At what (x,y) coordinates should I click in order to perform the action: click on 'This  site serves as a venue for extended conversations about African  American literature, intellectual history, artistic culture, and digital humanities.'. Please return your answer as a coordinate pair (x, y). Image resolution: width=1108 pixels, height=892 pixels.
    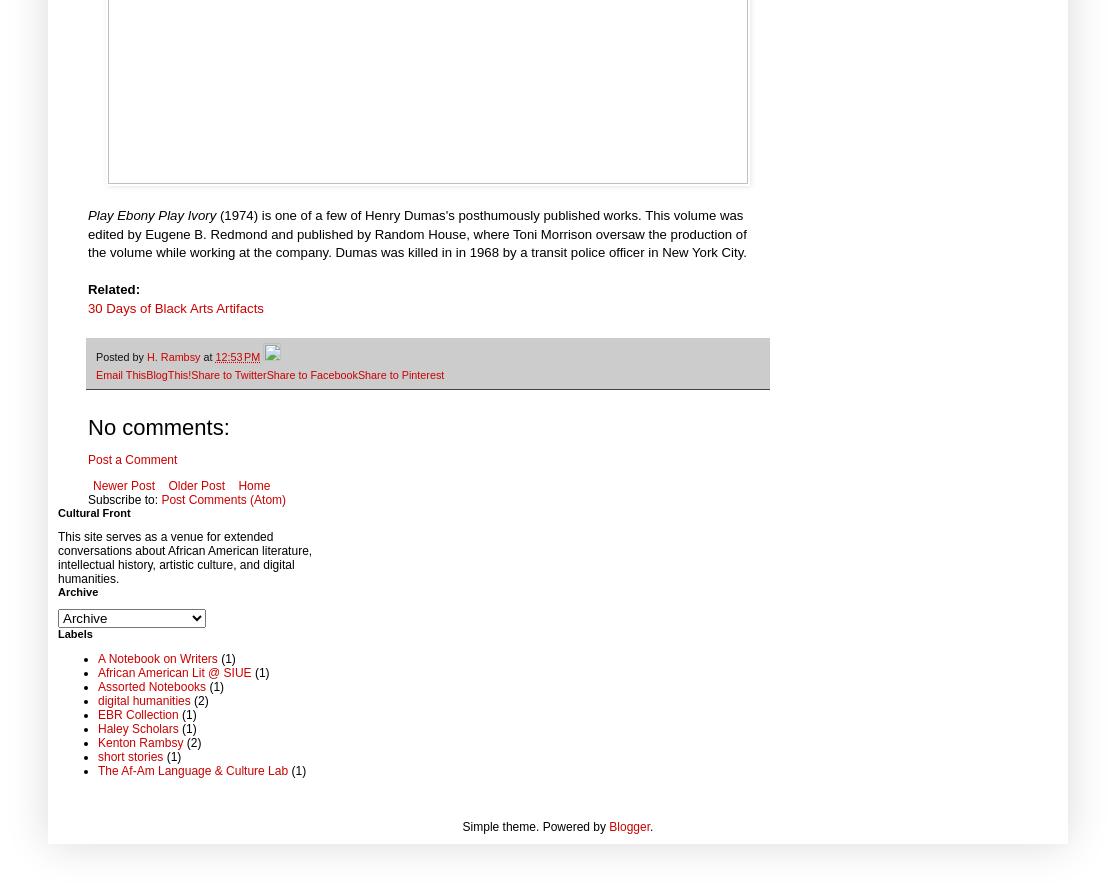
    Looking at the image, I should click on (185, 556).